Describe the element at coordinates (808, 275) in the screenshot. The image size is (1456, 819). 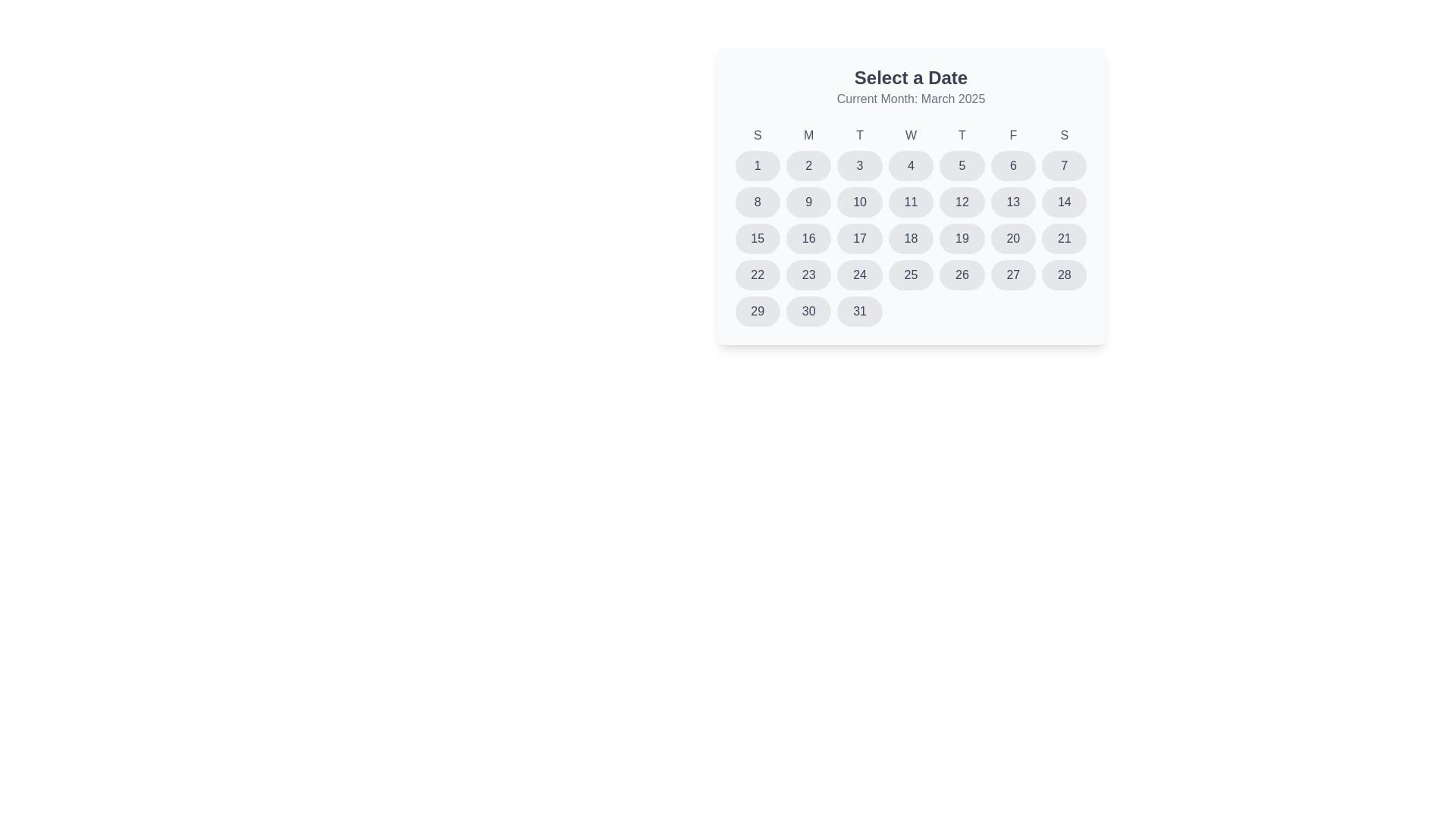
I see `the button representing the 23rd day in the date picker interface` at that location.